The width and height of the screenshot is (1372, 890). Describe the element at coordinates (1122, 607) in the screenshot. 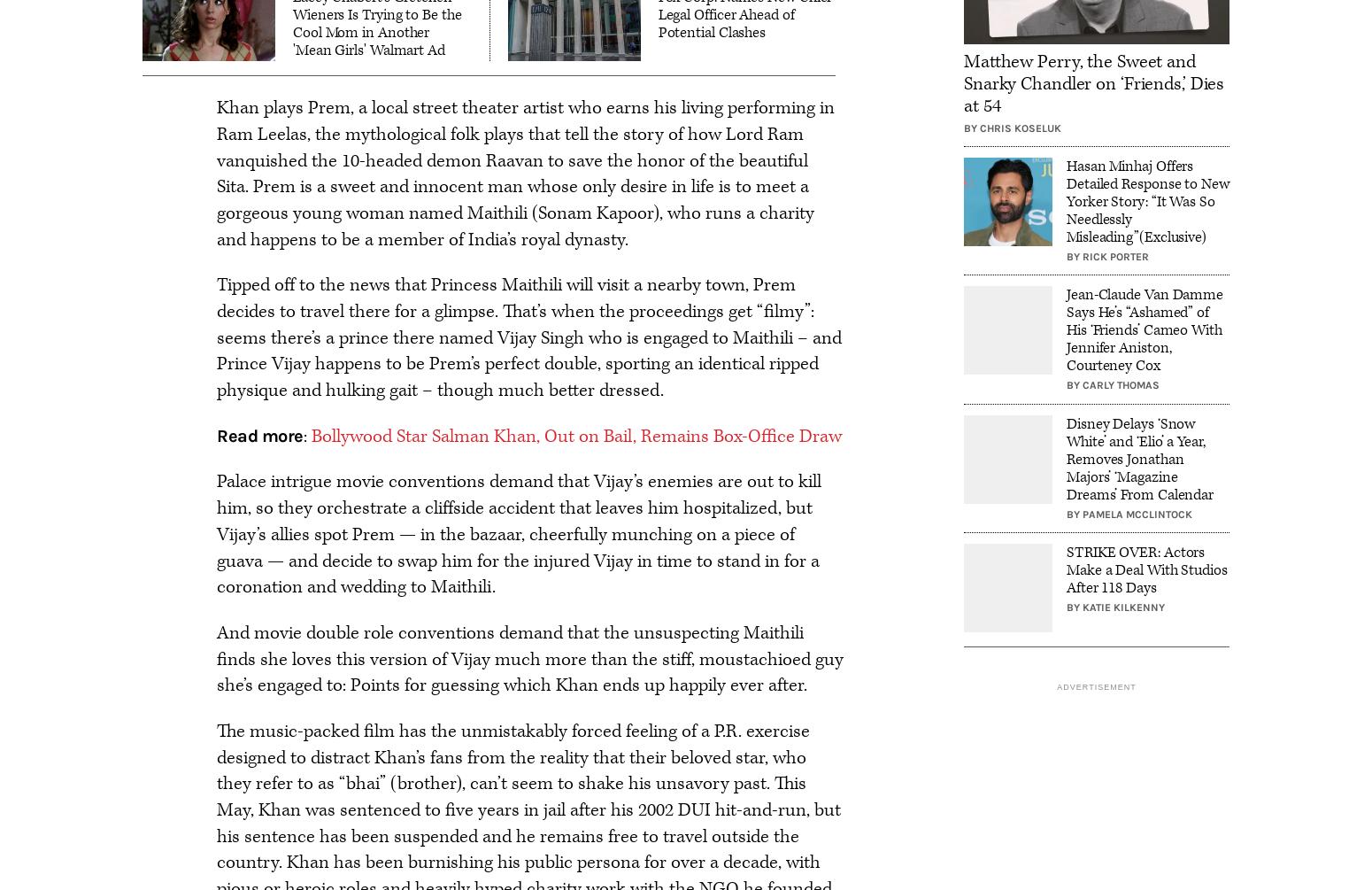

I see `'Katie Kilkenny'` at that location.